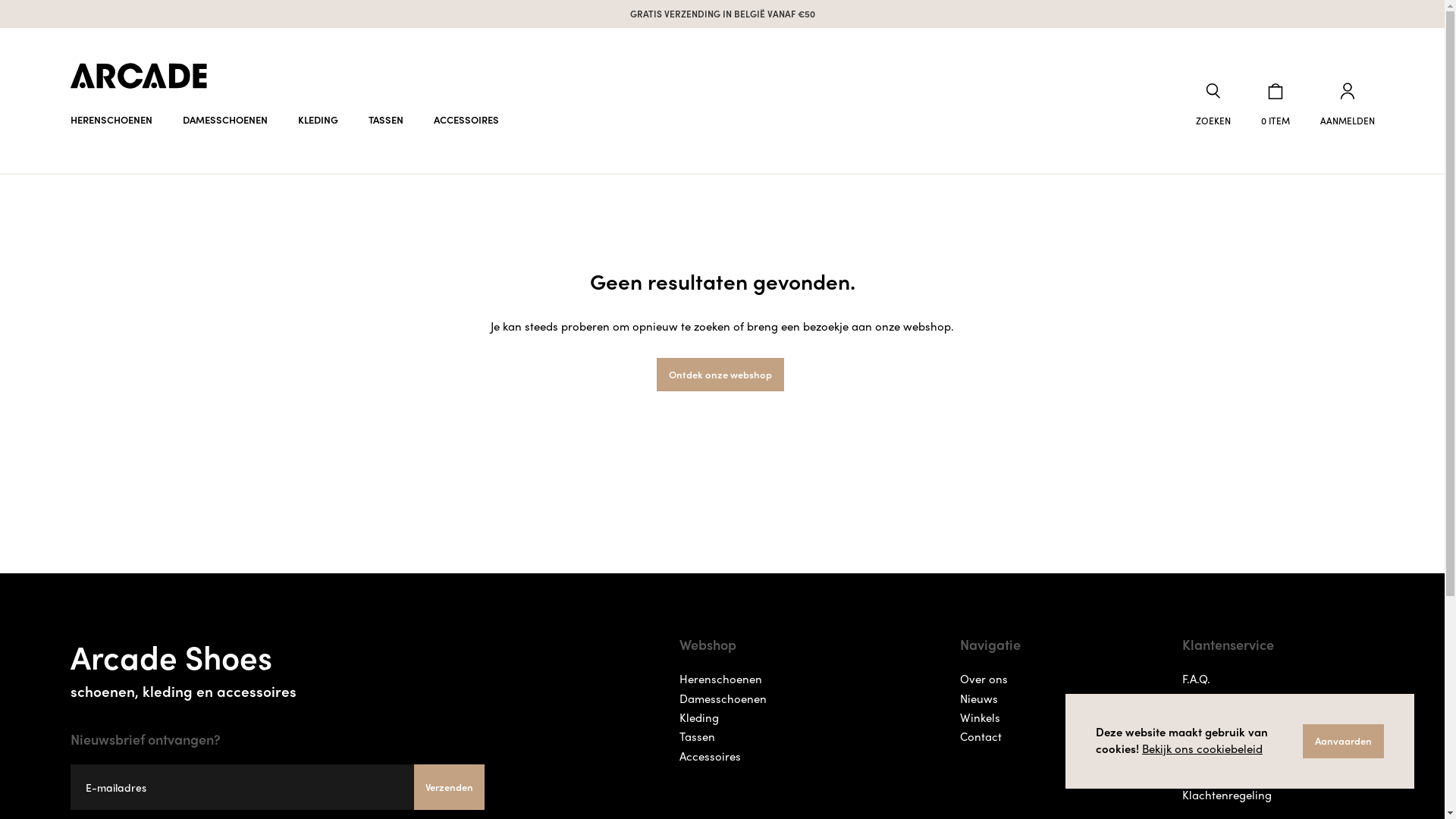  Describe the element at coordinates (109, 118) in the screenshot. I see `'HERENSCHOENEN'` at that location.